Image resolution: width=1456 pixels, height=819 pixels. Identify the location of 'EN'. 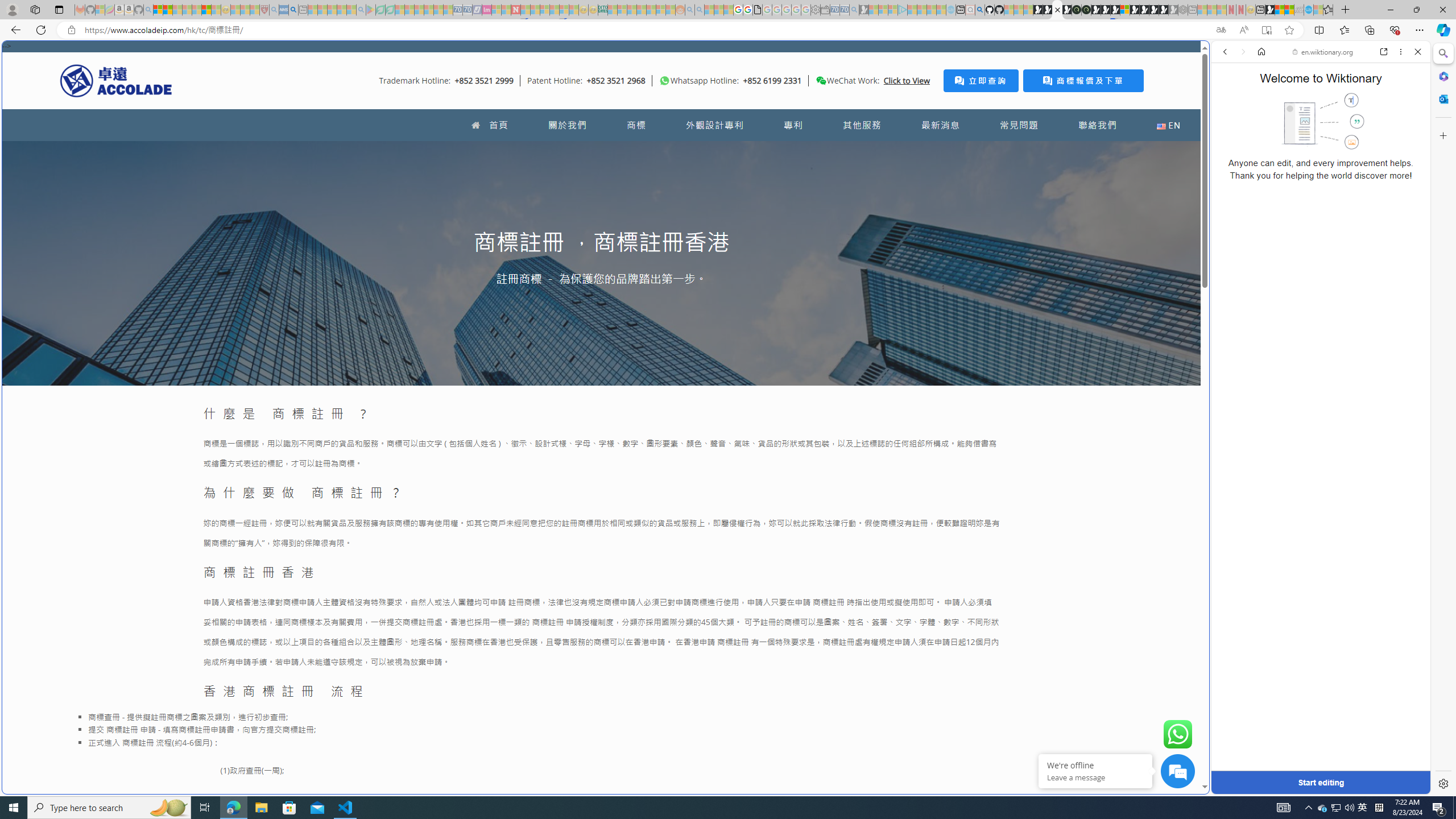
(1168, 125).